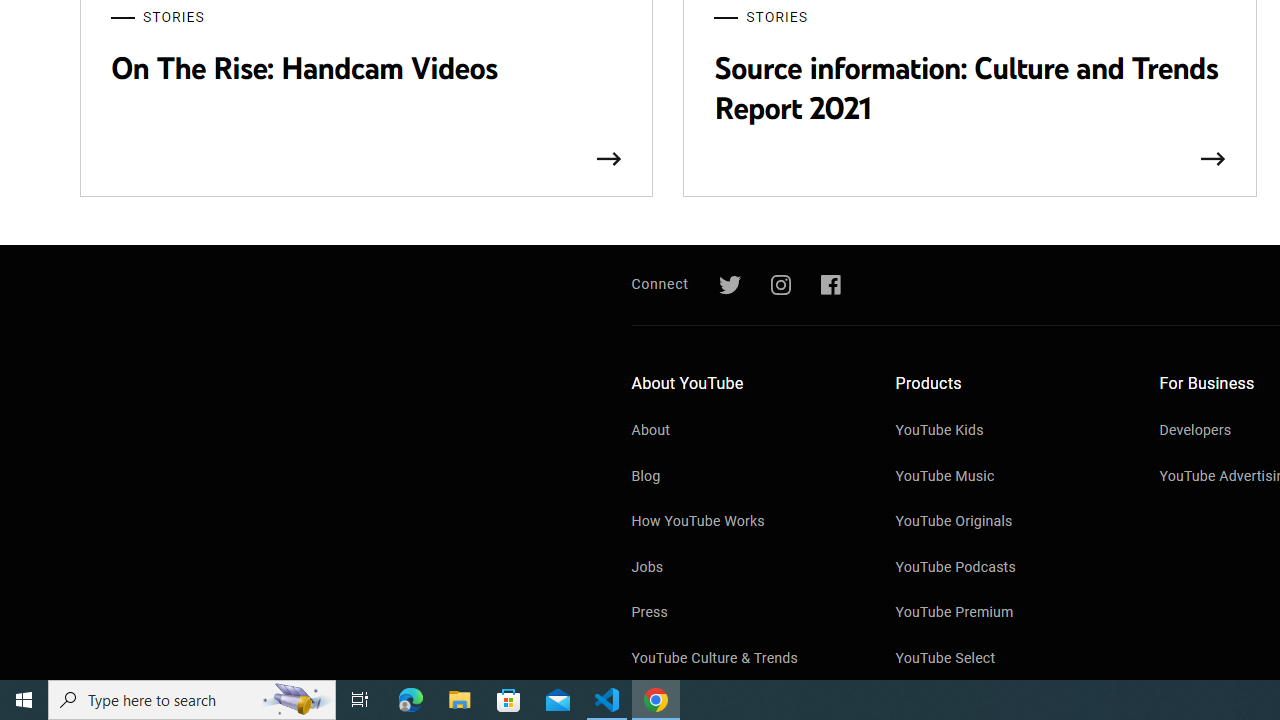 The width and height of the screenshot is (1280, 720). Describe the element at coordinates (742, 613) in the screenshot. I see `'Press'` at that location.